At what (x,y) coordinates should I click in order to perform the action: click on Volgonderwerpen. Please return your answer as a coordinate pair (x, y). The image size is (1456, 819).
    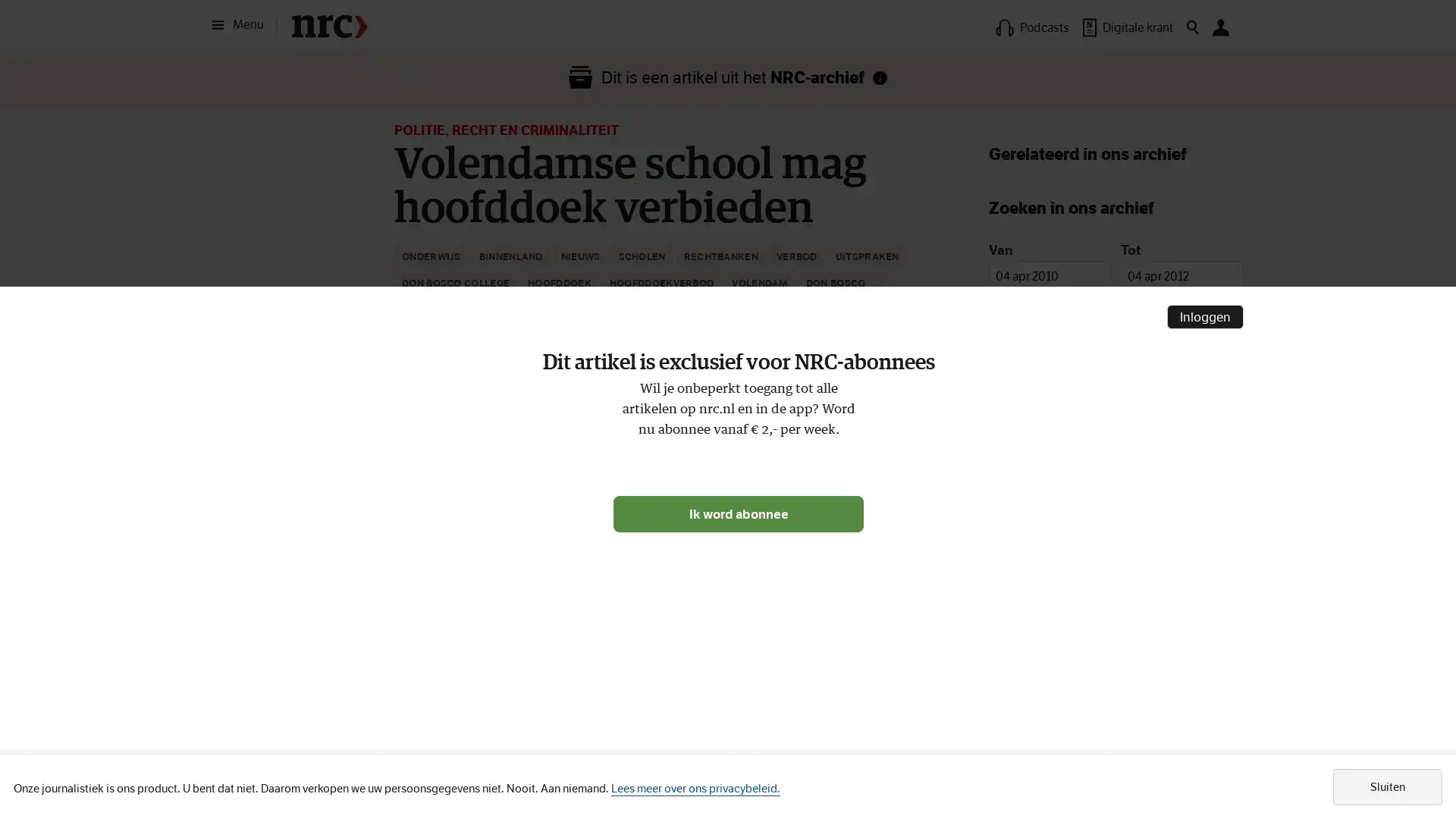
    Looking at the image, I should click on (748, 462).